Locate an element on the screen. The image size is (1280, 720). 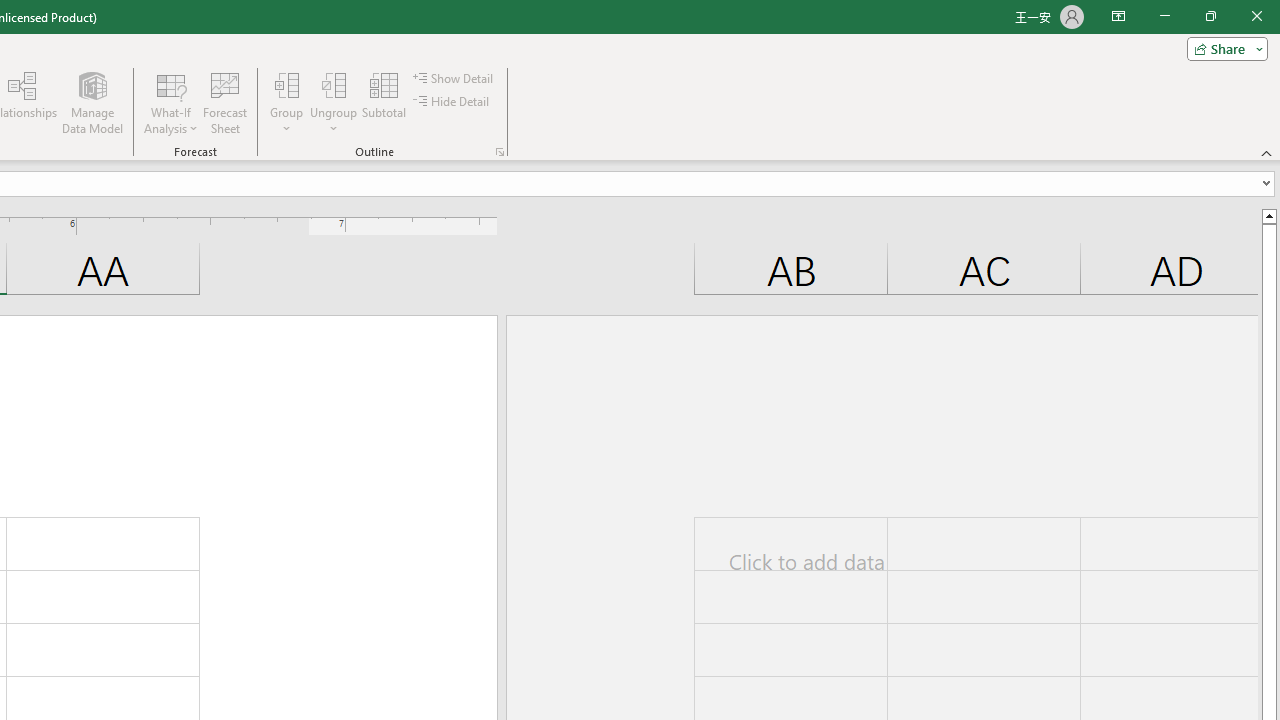
'Ribbon Display Options' is located at coordinates (1117, 16).